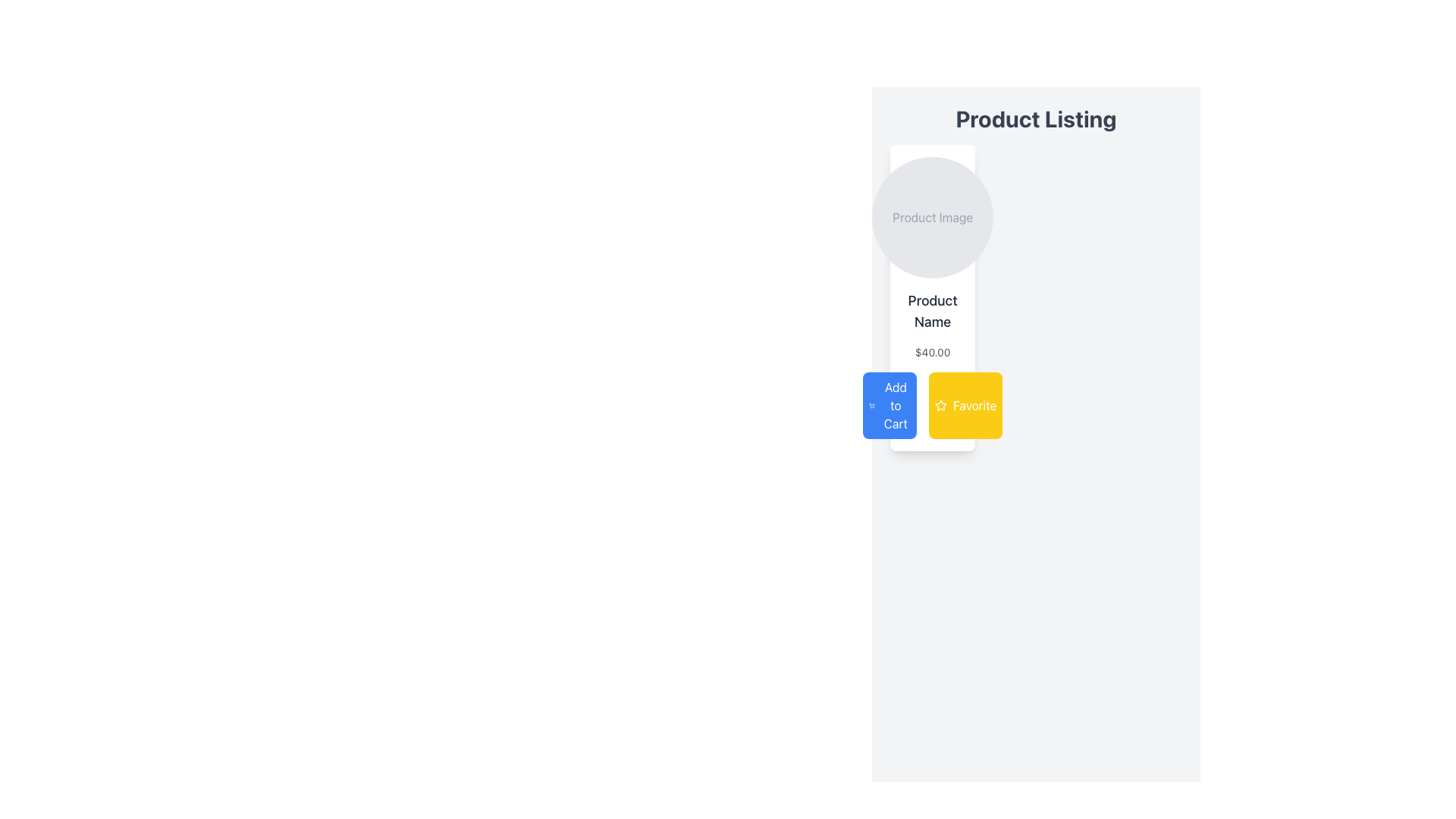 The image size is (1456, 819). What do you see at coordinates (932, 311) in the screenshot?
I see `text from the 'Product Name' label, which is a large dark gray text displayed below the product image and above the price label` at bounding box center [932, 311].